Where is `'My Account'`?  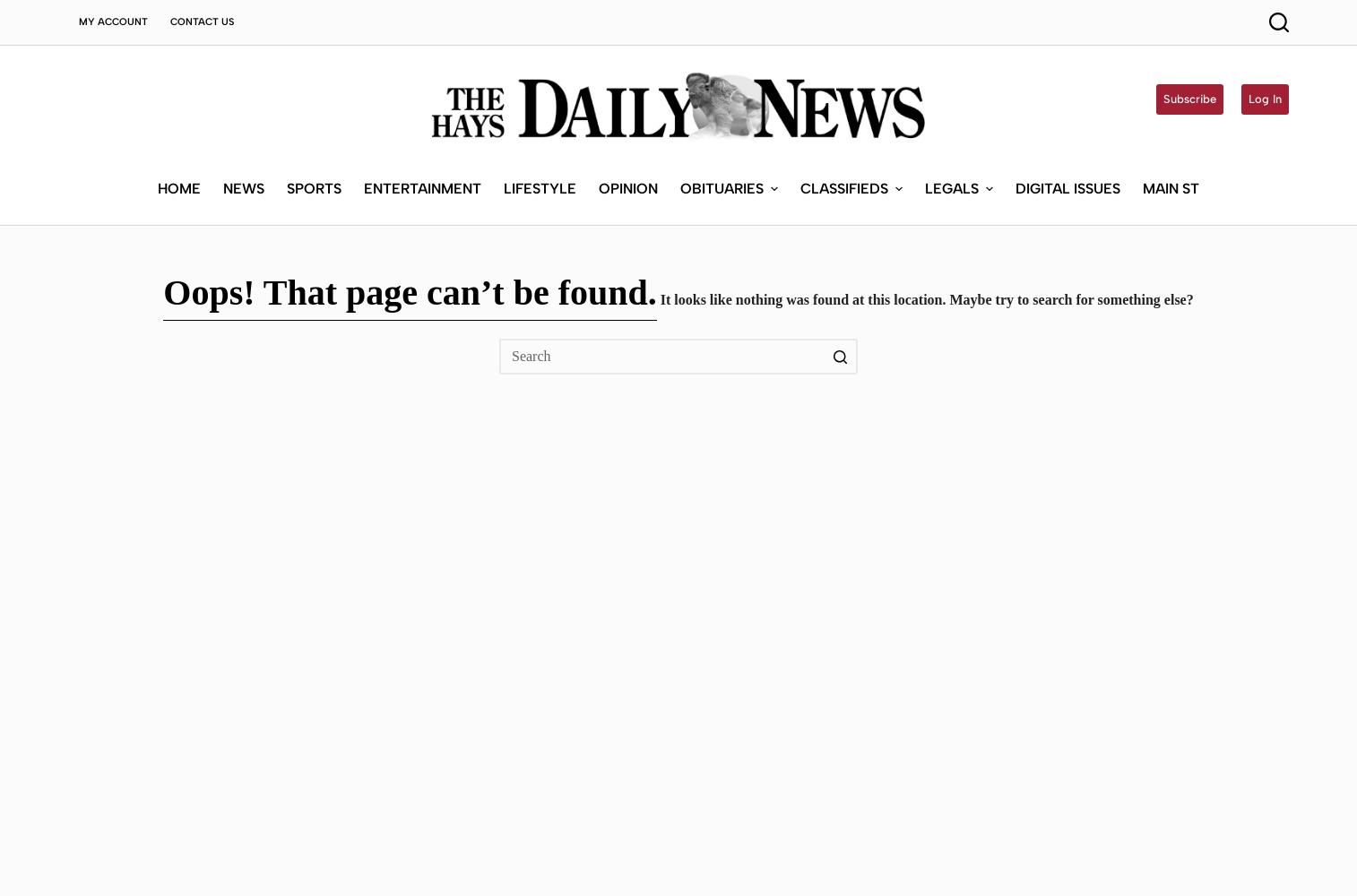
'My Account' is located at coordinates (112, 21).